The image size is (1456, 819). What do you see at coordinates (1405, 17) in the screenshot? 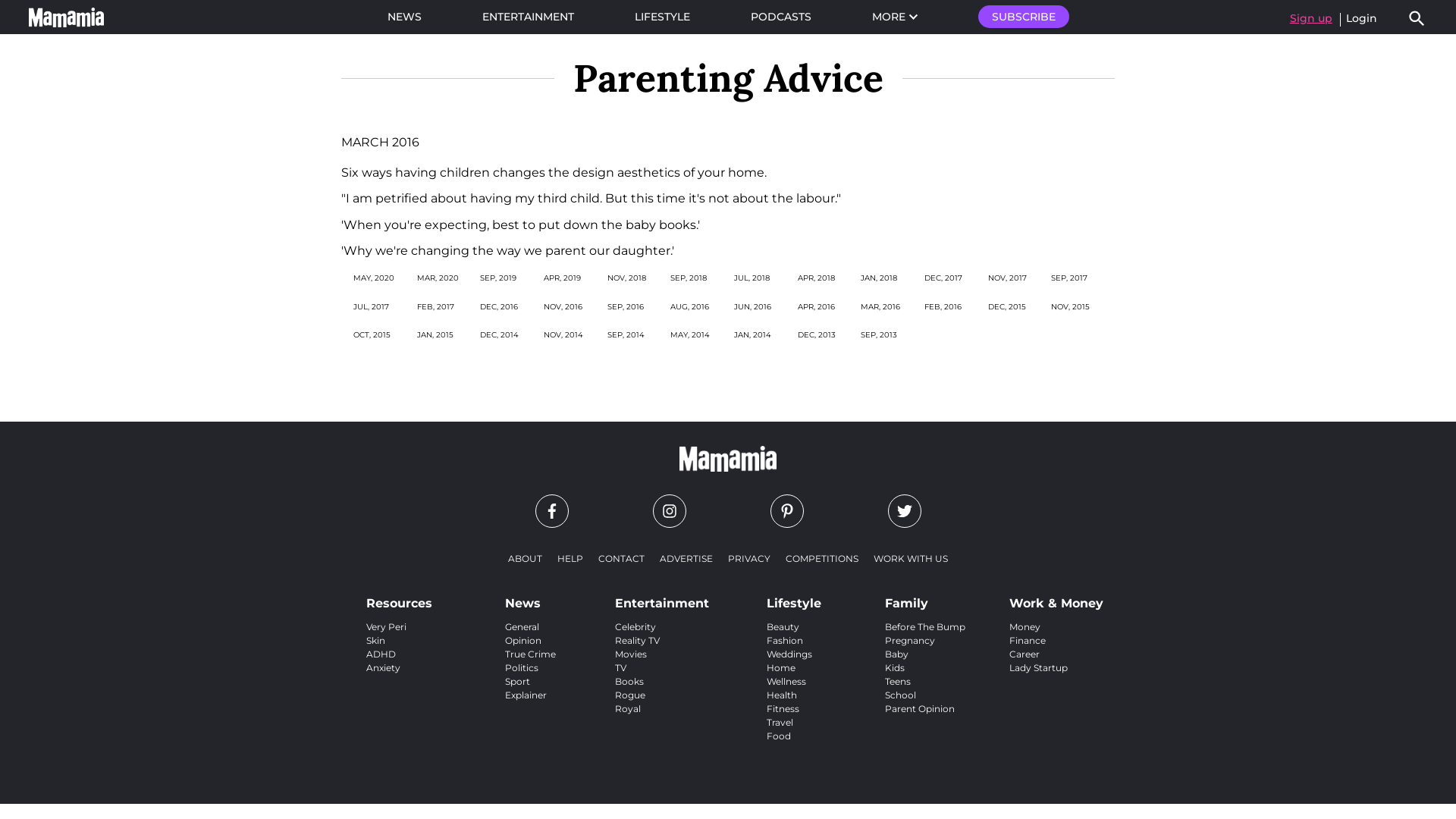
I see `'Search'` at bounding box center [1405, 17].